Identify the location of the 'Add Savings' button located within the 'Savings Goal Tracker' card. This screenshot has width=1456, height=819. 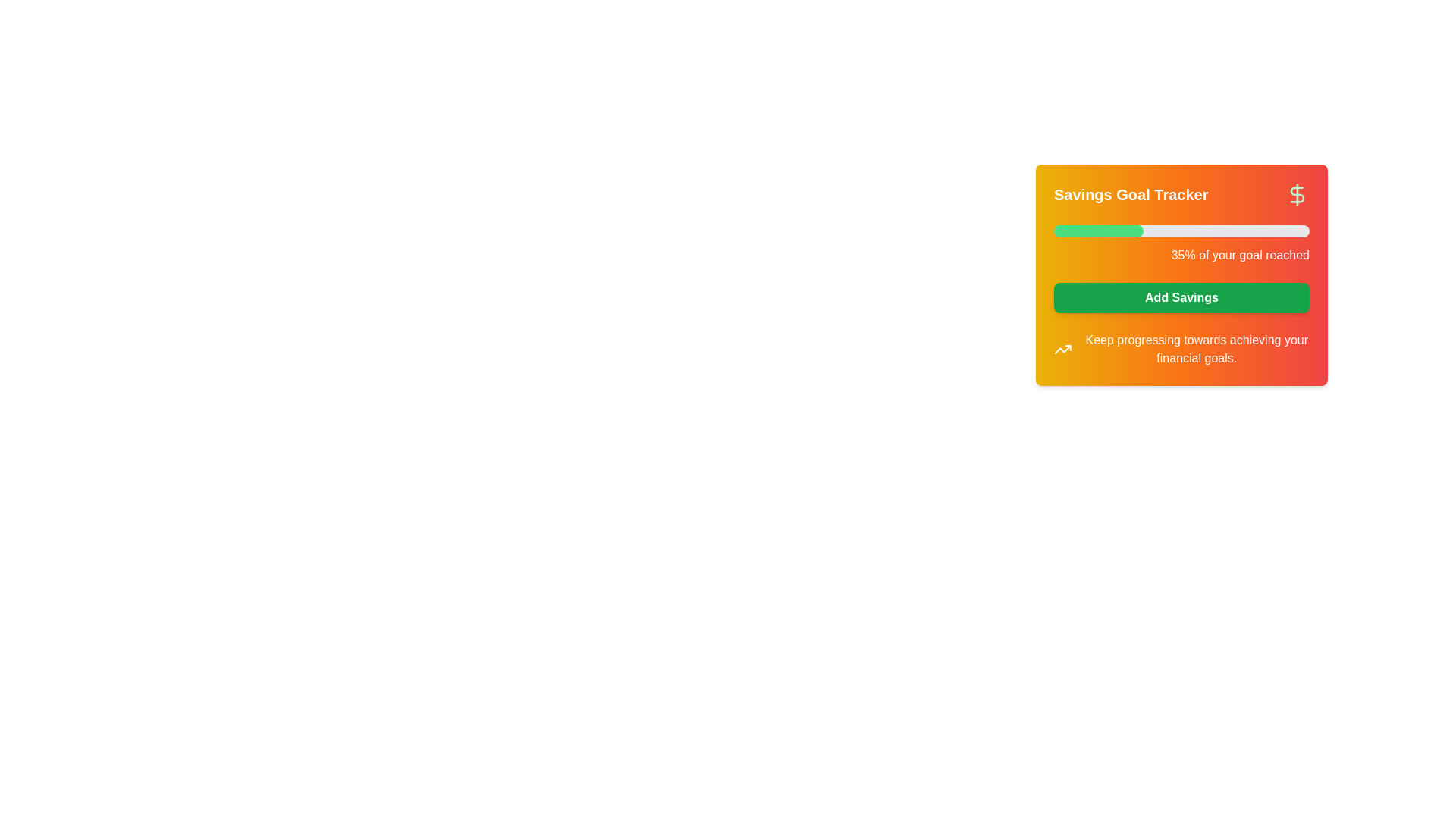
(1181, 275).